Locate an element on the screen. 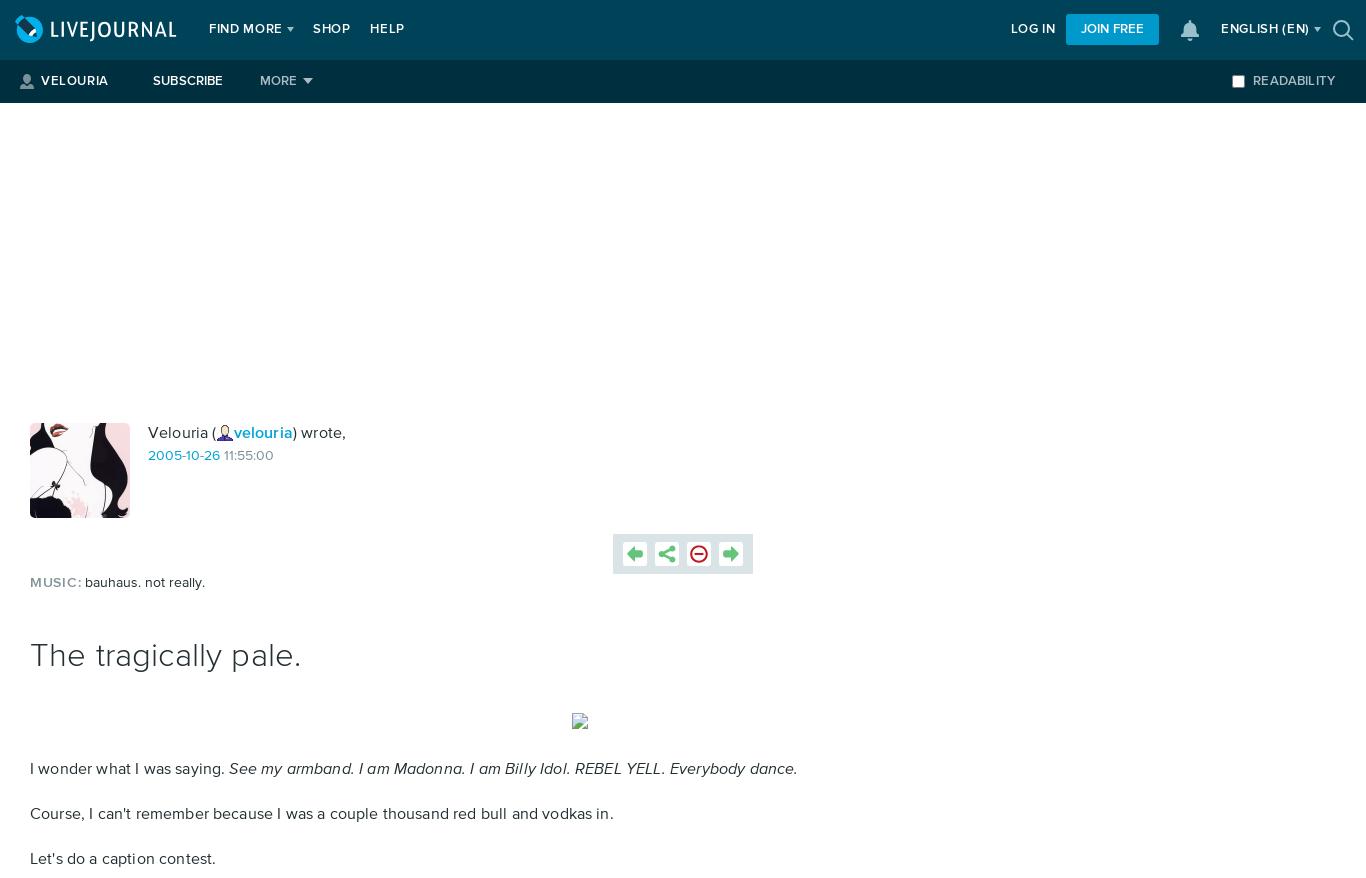 This screenshot has height=878, width=1366. 'Shop' is located at coordinates (311, 28).